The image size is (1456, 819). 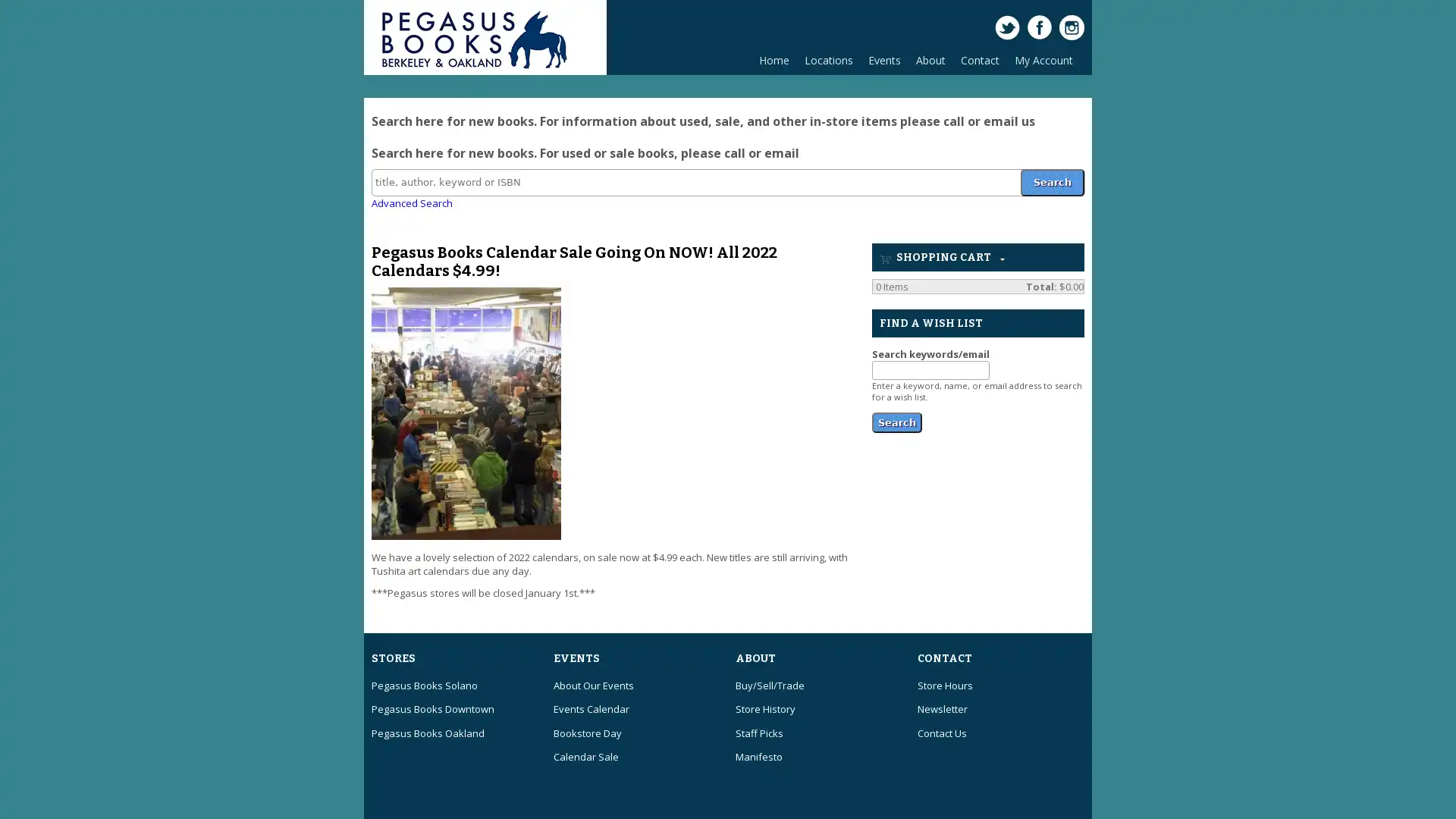 I want to click on Search, so click(x=1051, y=180).